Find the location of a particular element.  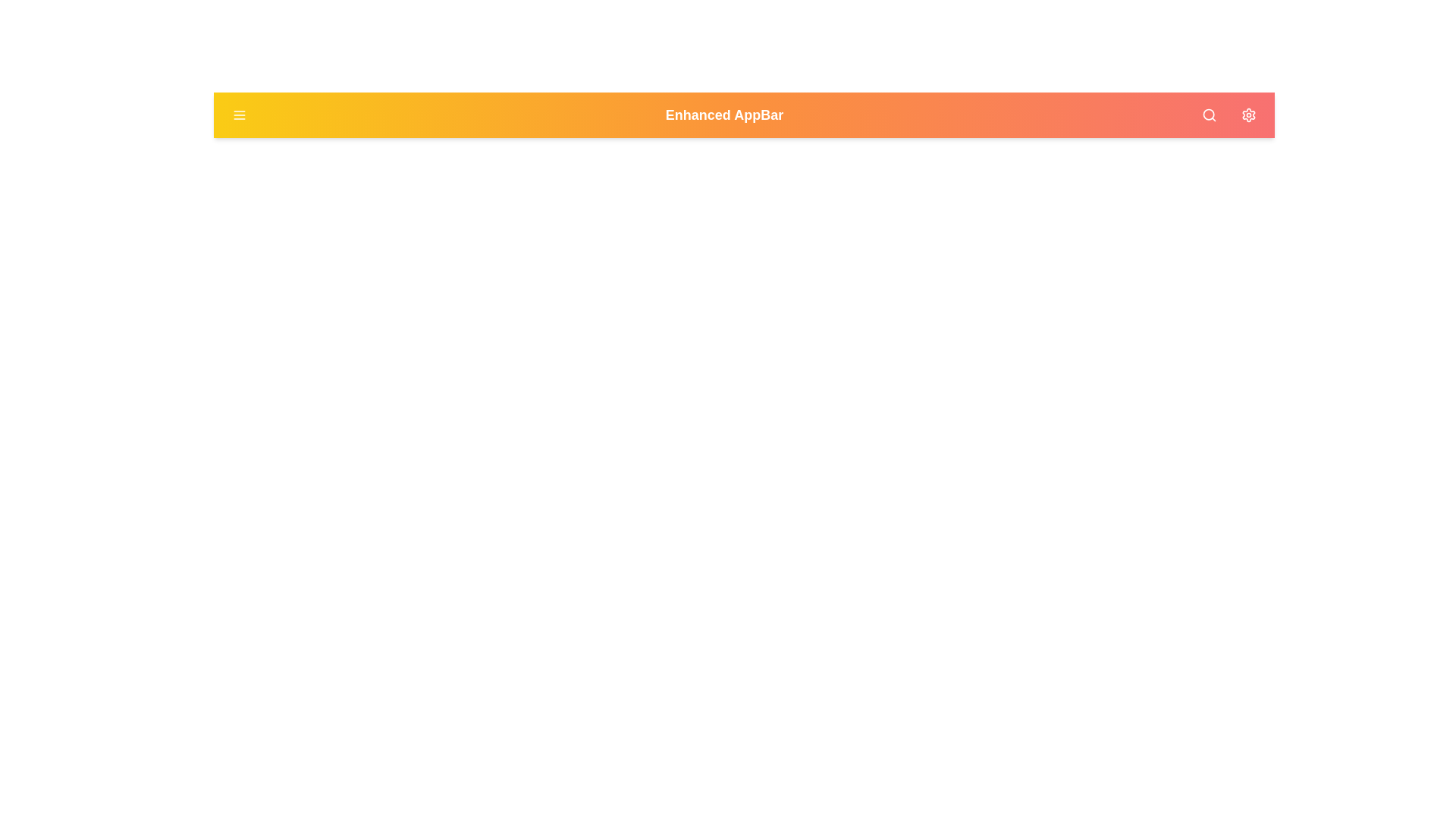

the menu button to open the menu is located at coordinates (239, 114).